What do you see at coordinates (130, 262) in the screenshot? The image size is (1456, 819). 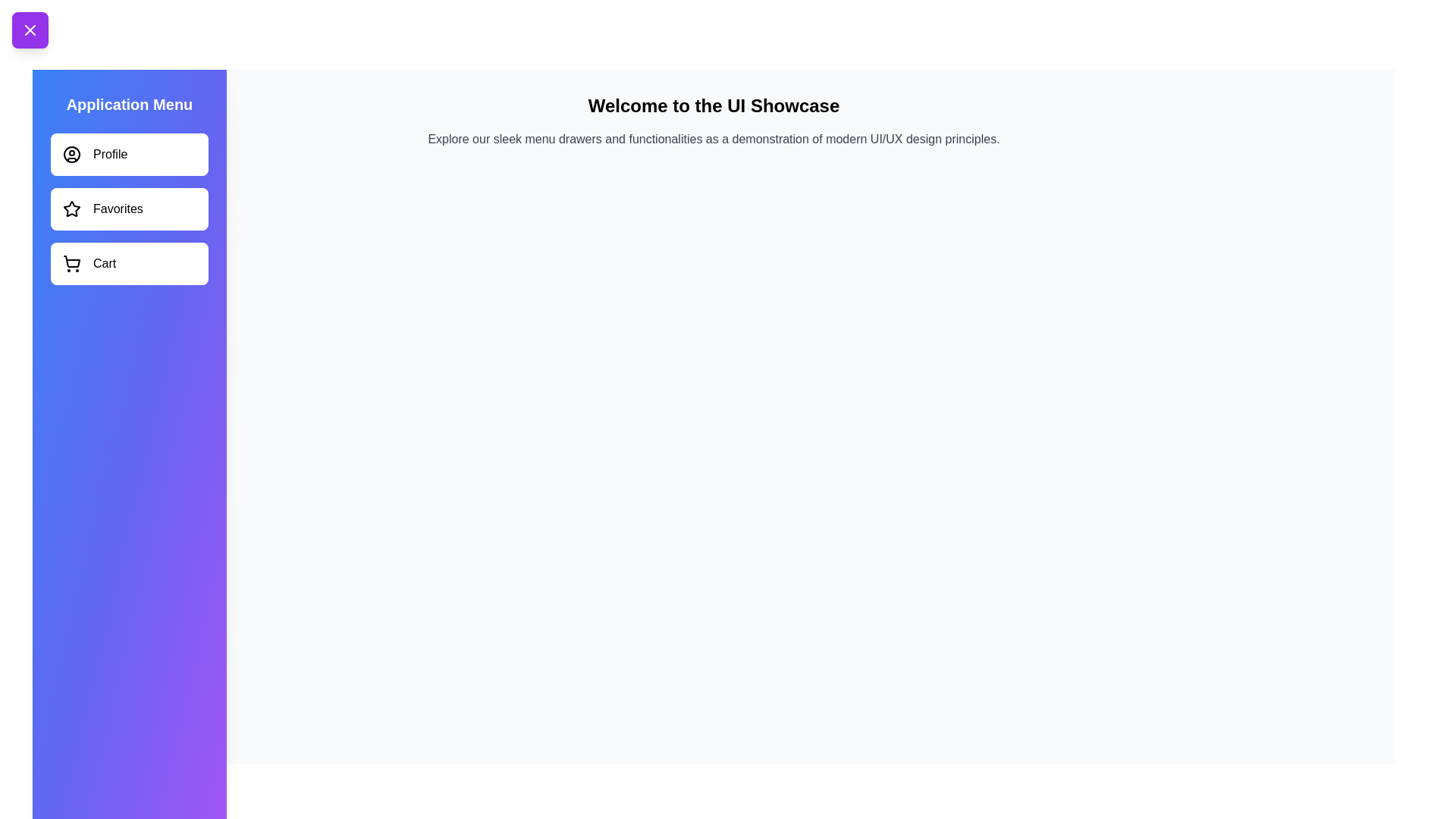 I see `the menu item Cart to observe hover effects` at bounding box center [130, 262].